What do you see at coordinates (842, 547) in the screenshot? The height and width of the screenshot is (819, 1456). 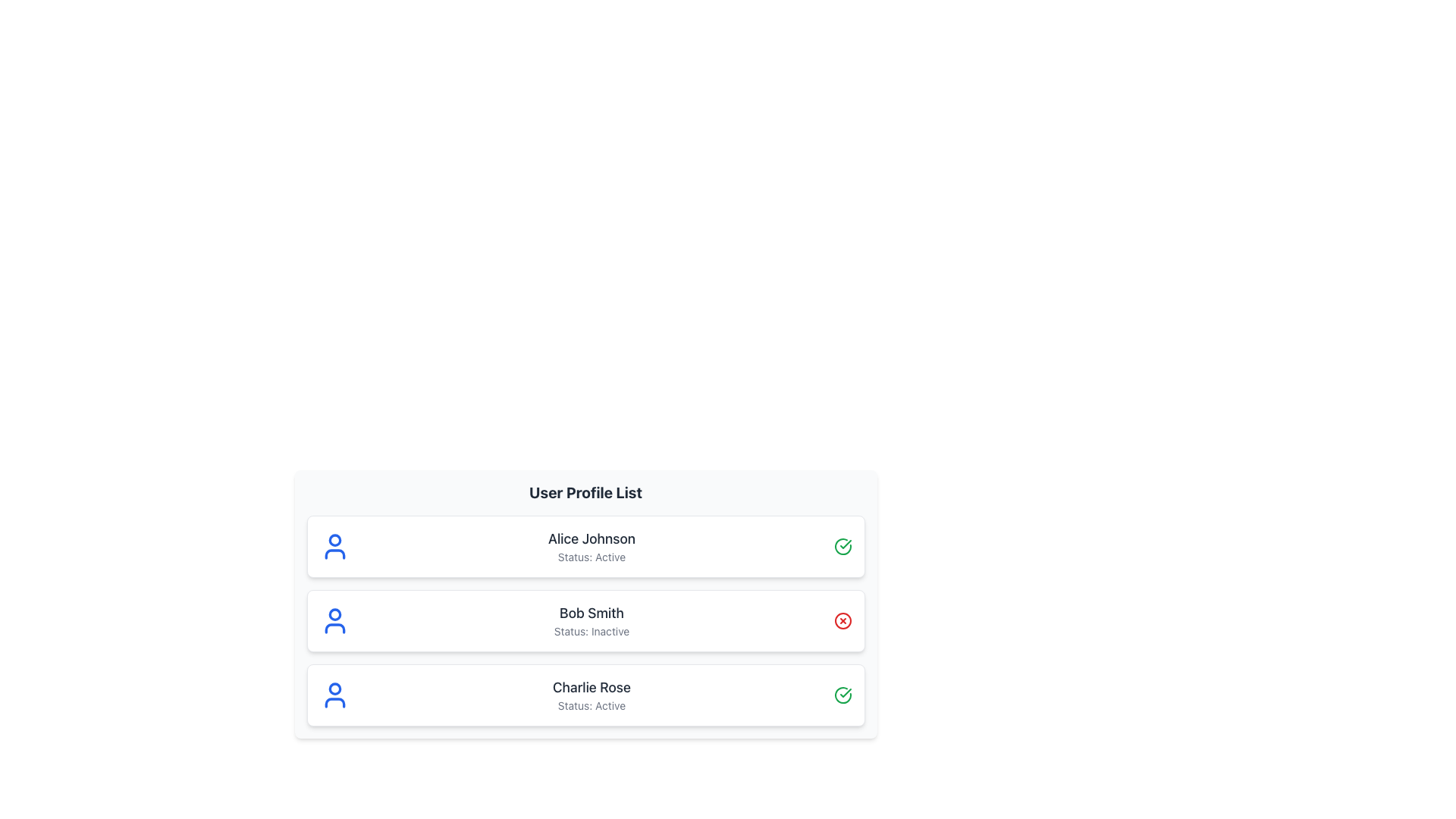 I see `the outer circular portion of the green checkmark icon in the profile section for 'Charlie Rose'` at bounding box center [842, 547].